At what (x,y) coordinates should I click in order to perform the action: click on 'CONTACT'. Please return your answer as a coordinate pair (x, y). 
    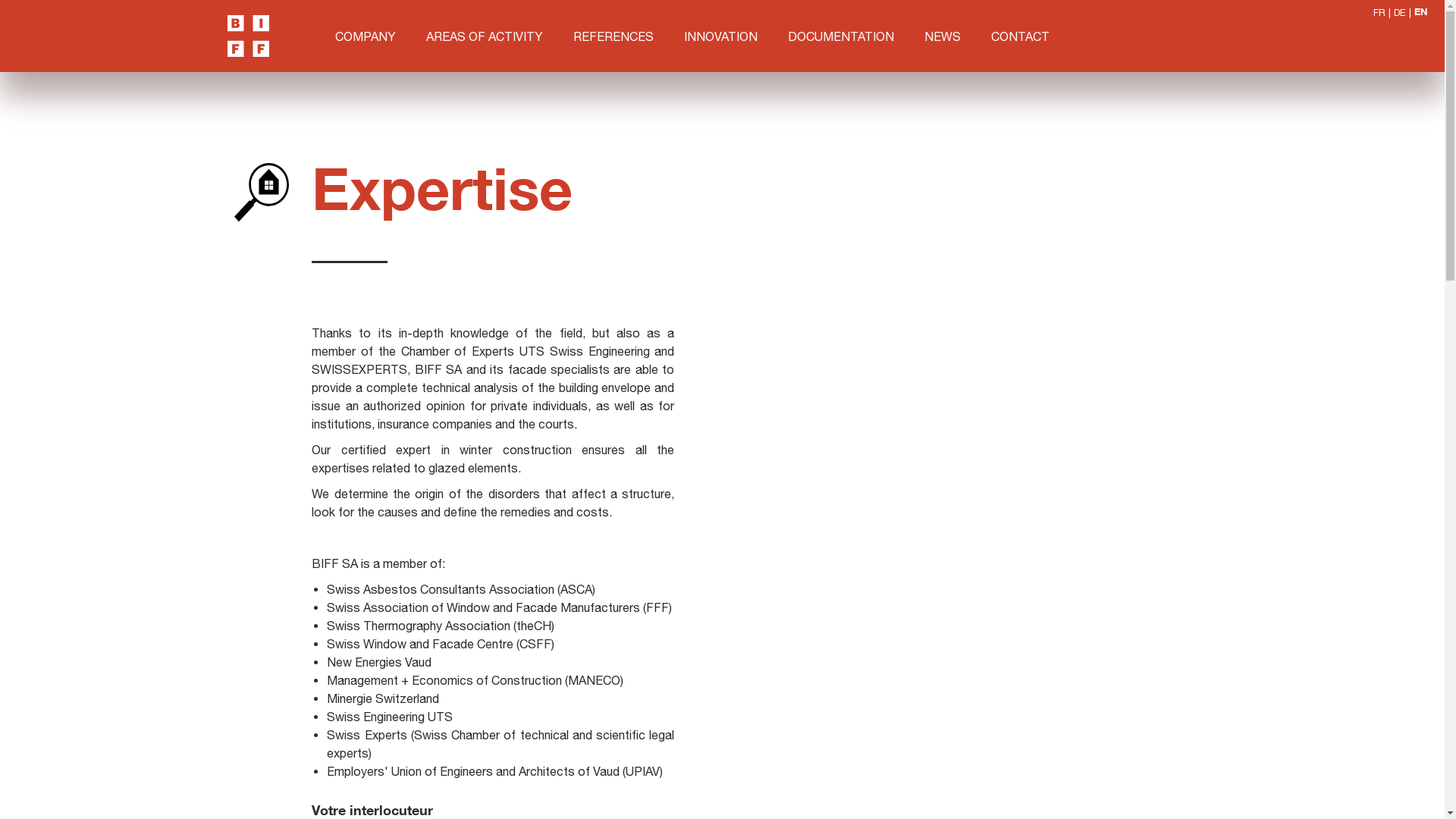
    Looking at the image, I should click on (1020, 34).